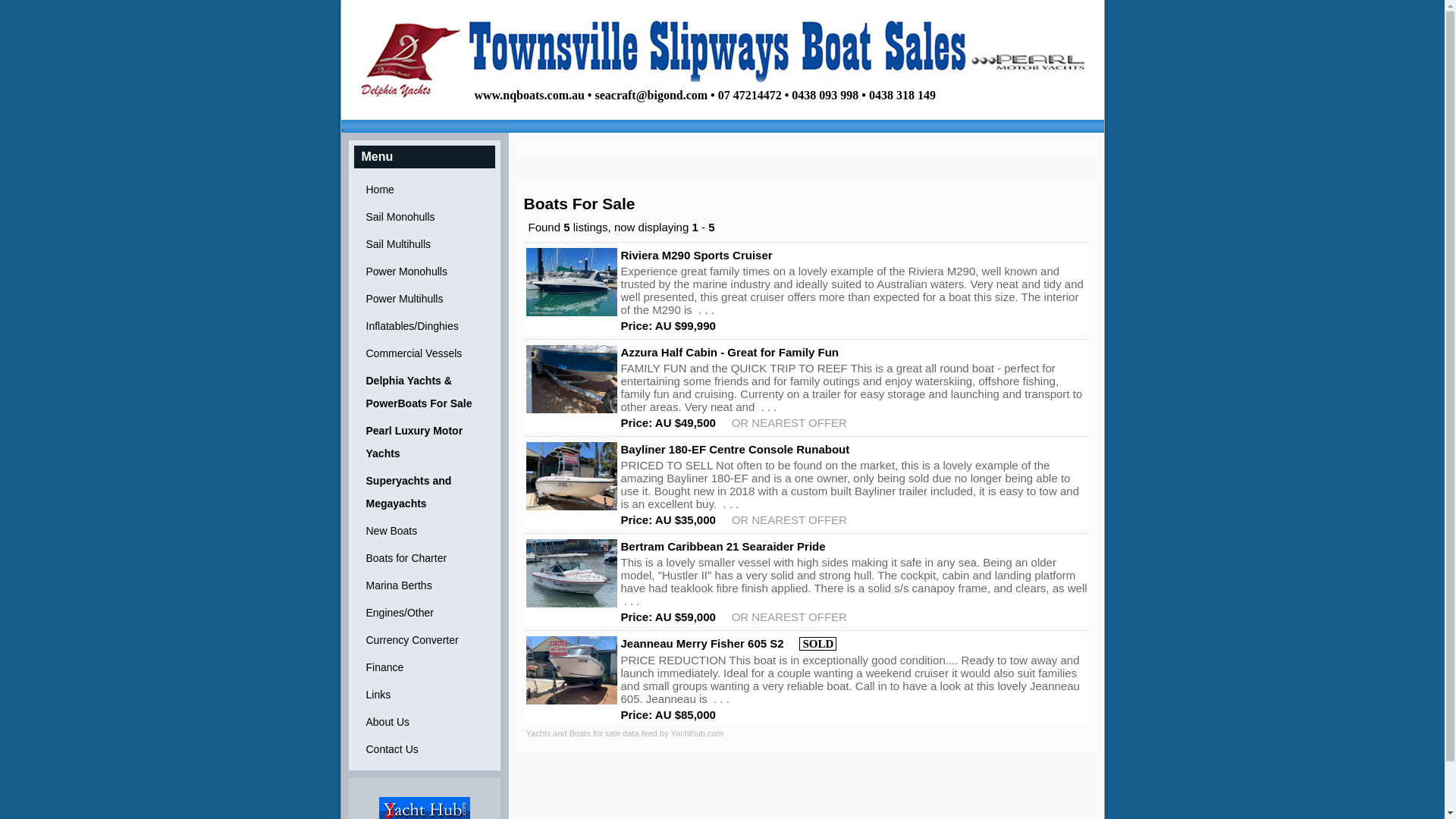 The width and height of the screenshot is (1456, 819). Describe the element at coordinates (356, 584) in the screenshot. I see `'Marina Berths'` at that location.